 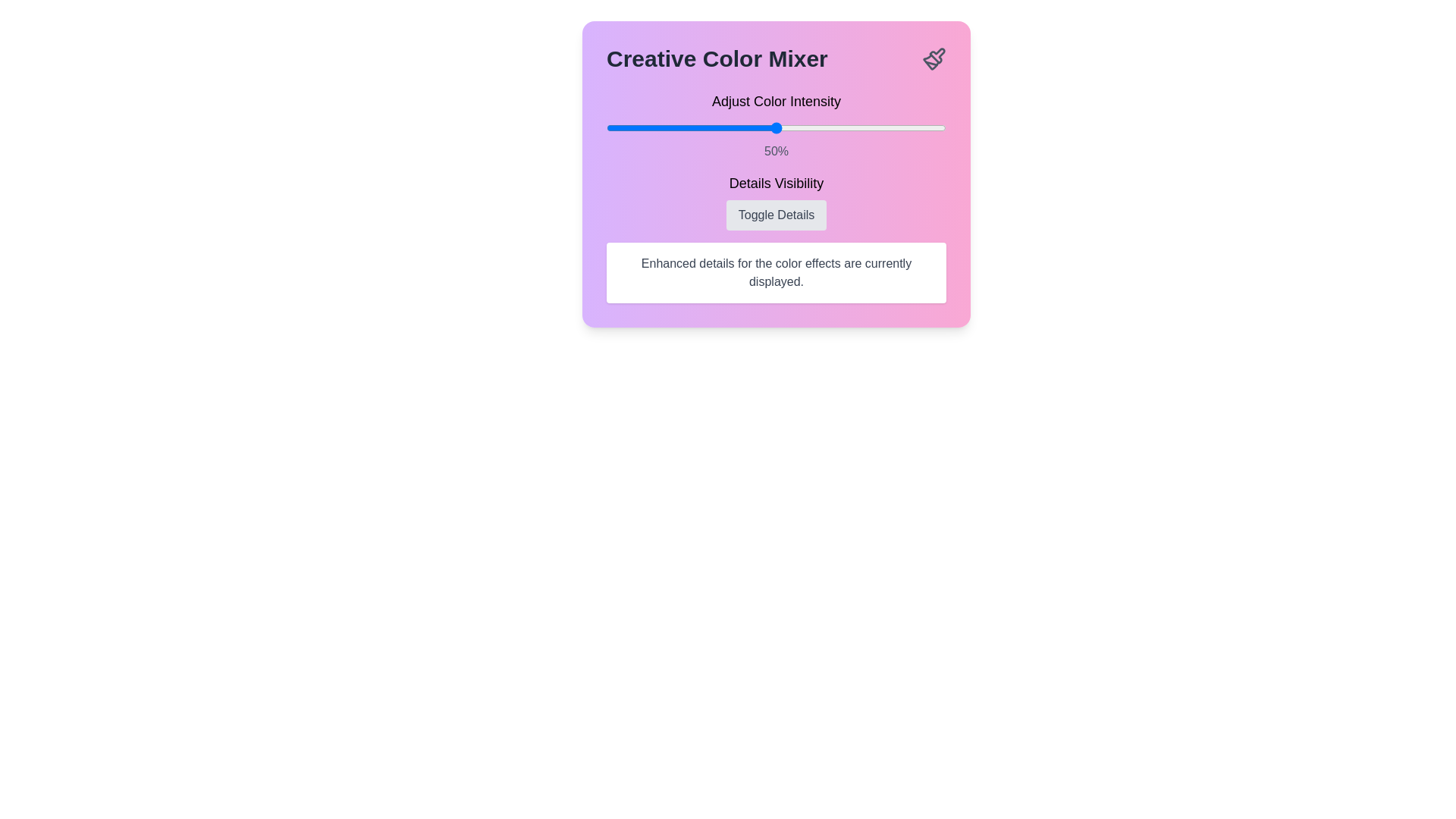 I want to click on the percentage label '50%' for the current value of the color intensity adjustment in the Composite element titled 'Adjust Color Intensity', so click(x=776, y=124).